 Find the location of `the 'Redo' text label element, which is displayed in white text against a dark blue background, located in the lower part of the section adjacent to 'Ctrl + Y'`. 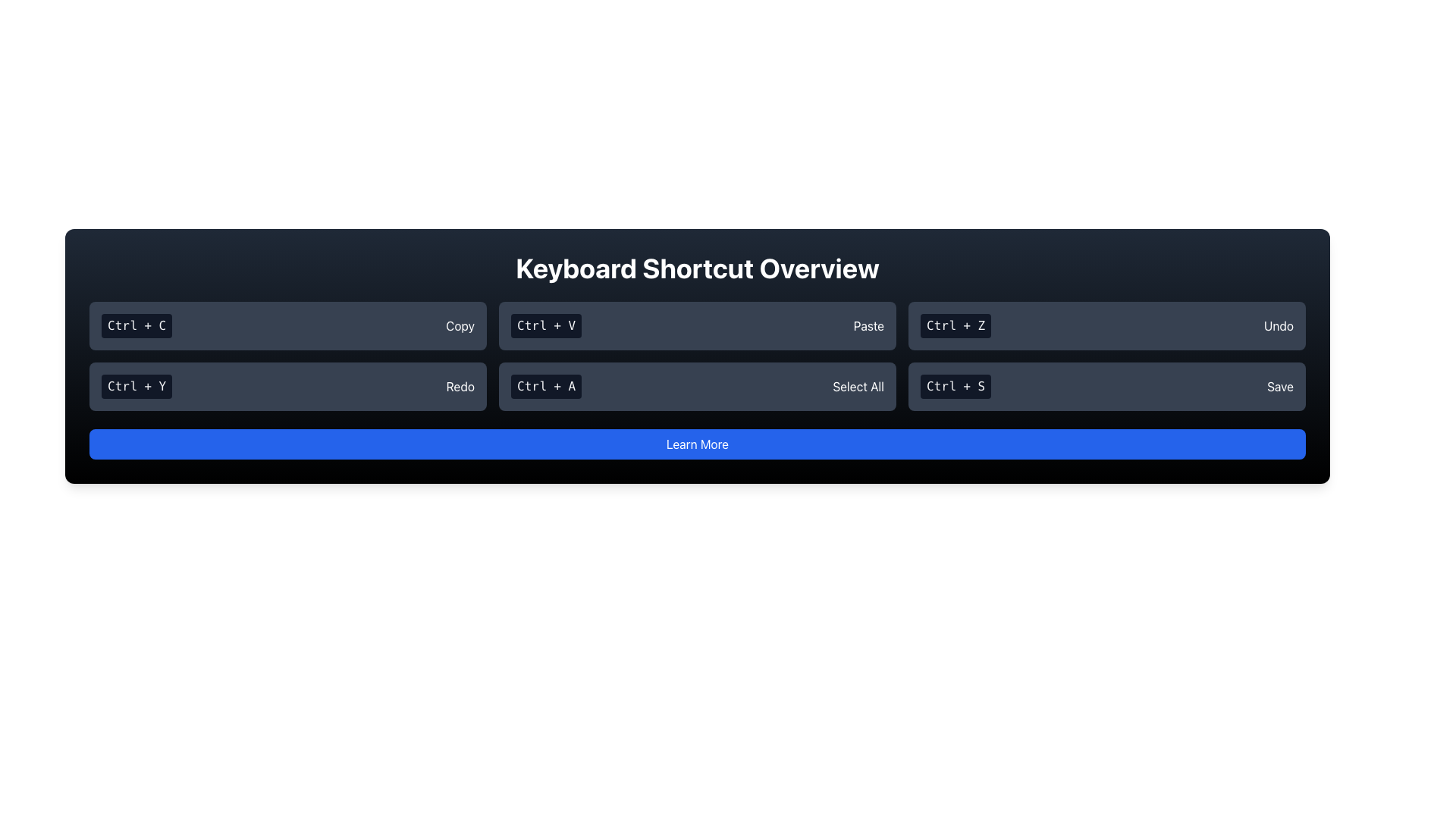

the 'Redo' text label element, which is displayed in white text against a dark blue background, located in the lower part of the section adjacent to 'Ctrl + Y' is located at coordinates (460, 385).